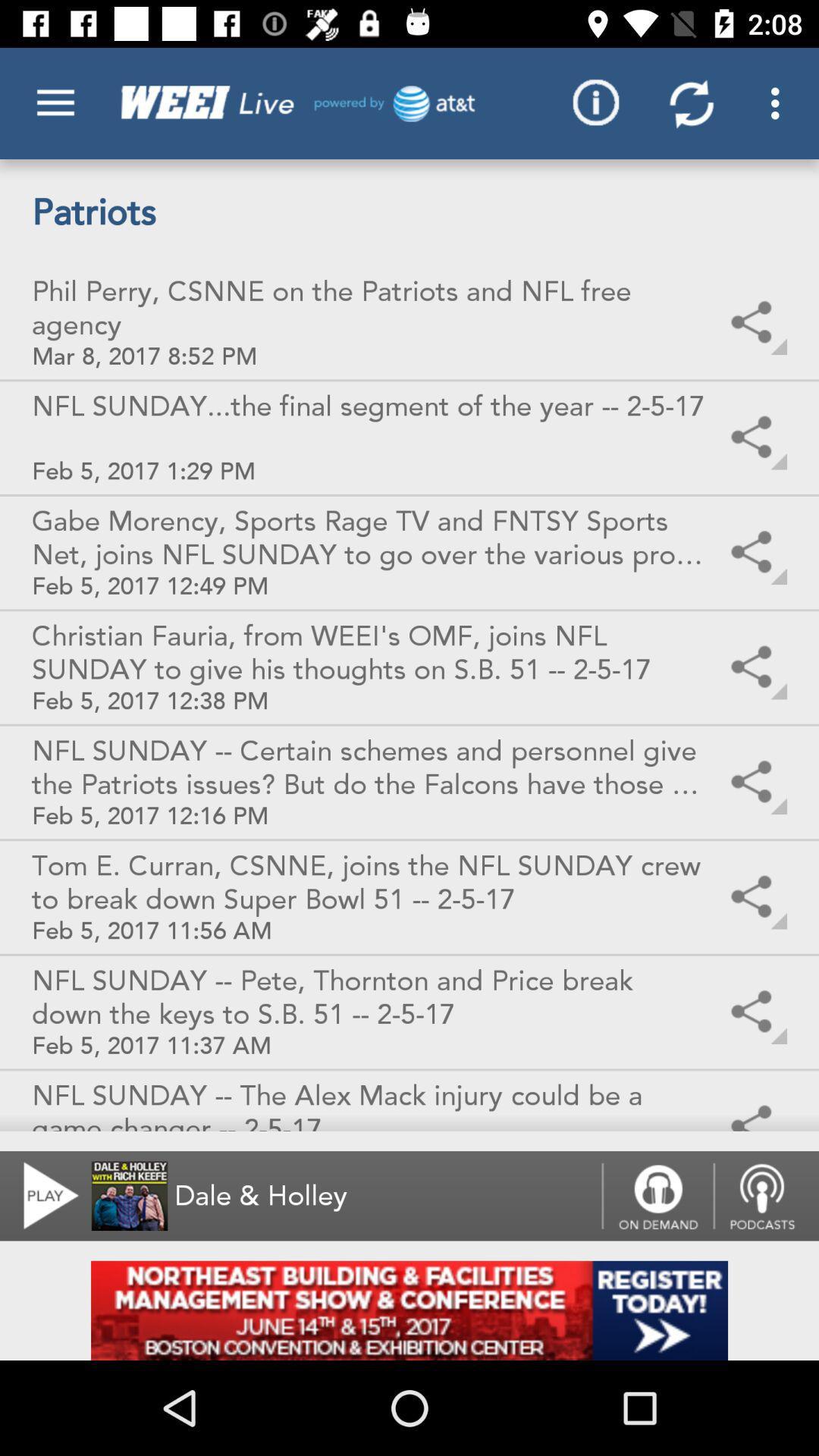 Image resolution: width=819 pixels, height=1456 pixels. Describe the element at coordinates (409, 1310) in the screenshot. I see `register today` at that location.